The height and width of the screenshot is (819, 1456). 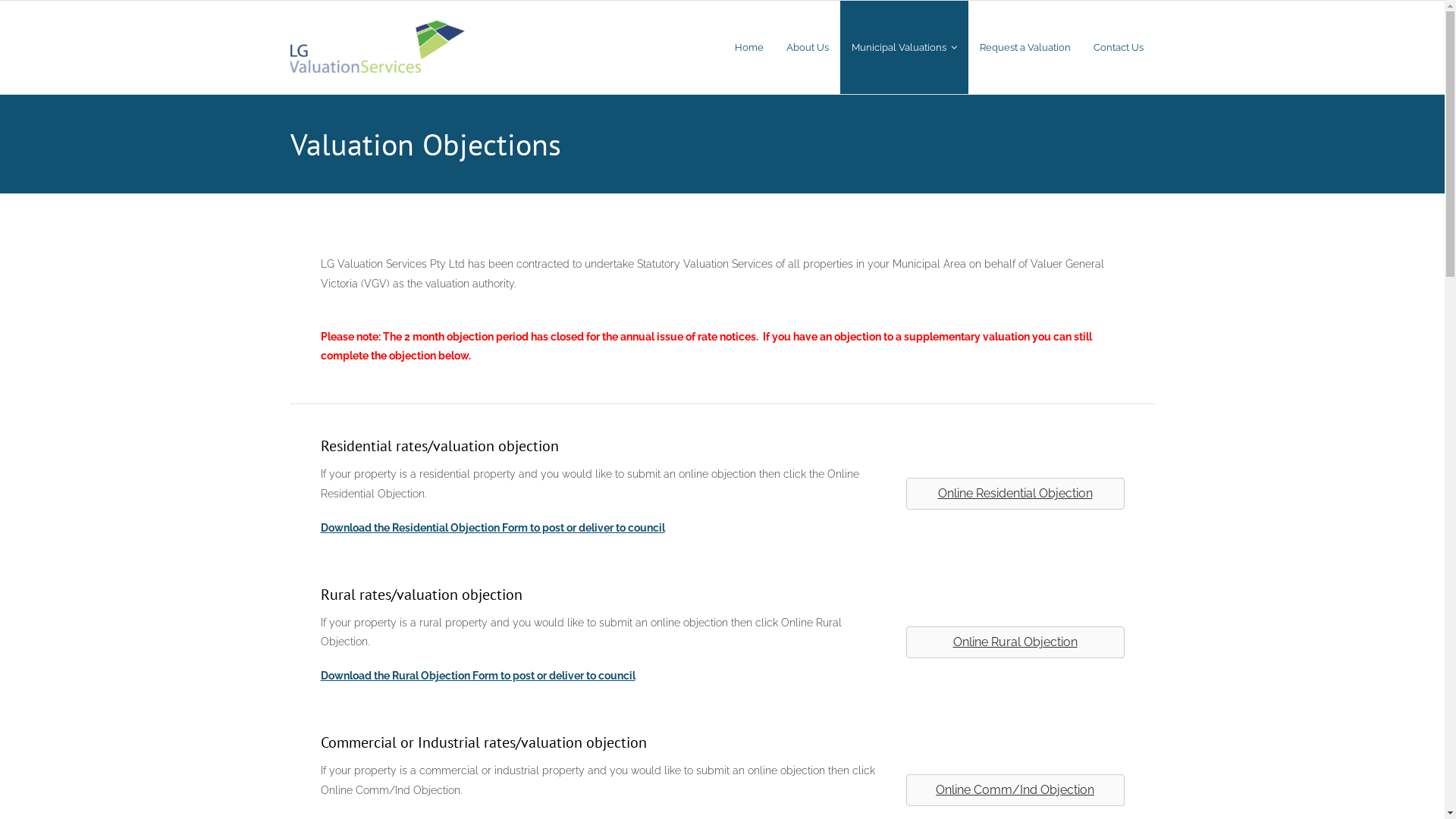 I want to click on 'Online Residential Objection', so click(x=1015, y=494).